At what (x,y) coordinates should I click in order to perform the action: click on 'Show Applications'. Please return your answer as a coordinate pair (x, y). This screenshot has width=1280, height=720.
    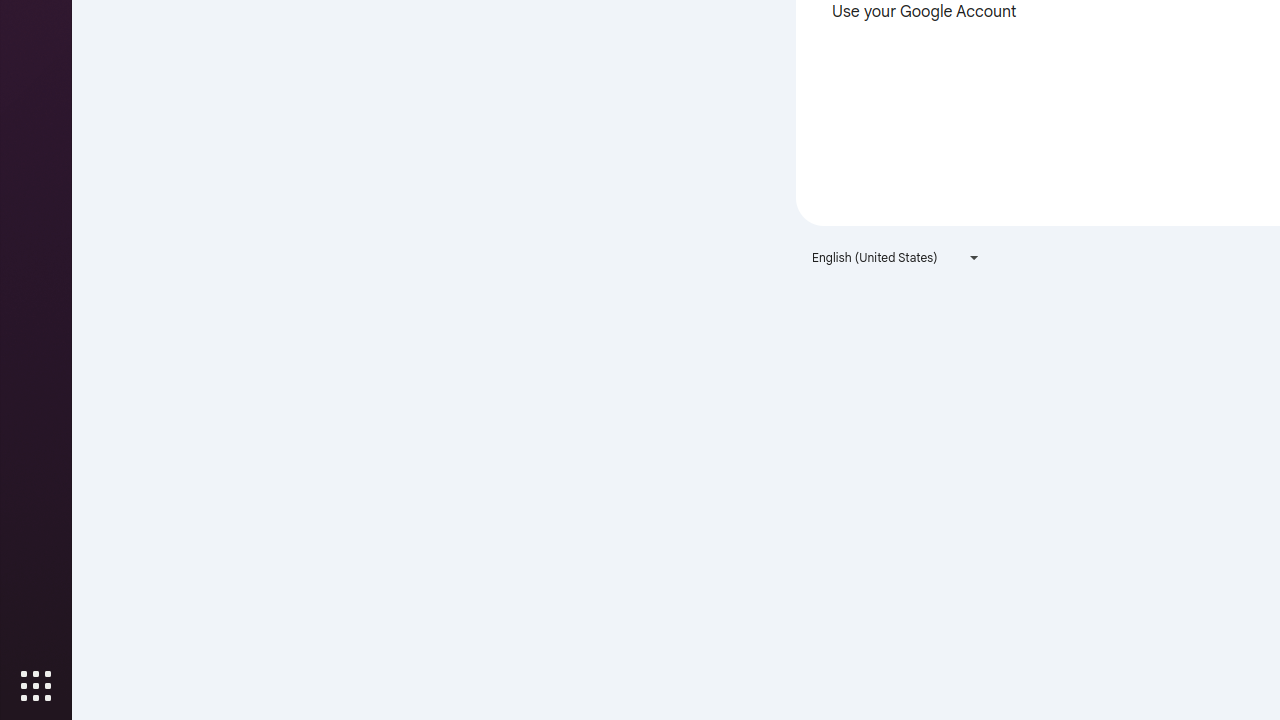
    Looking at the image, I should click on (35, 685).